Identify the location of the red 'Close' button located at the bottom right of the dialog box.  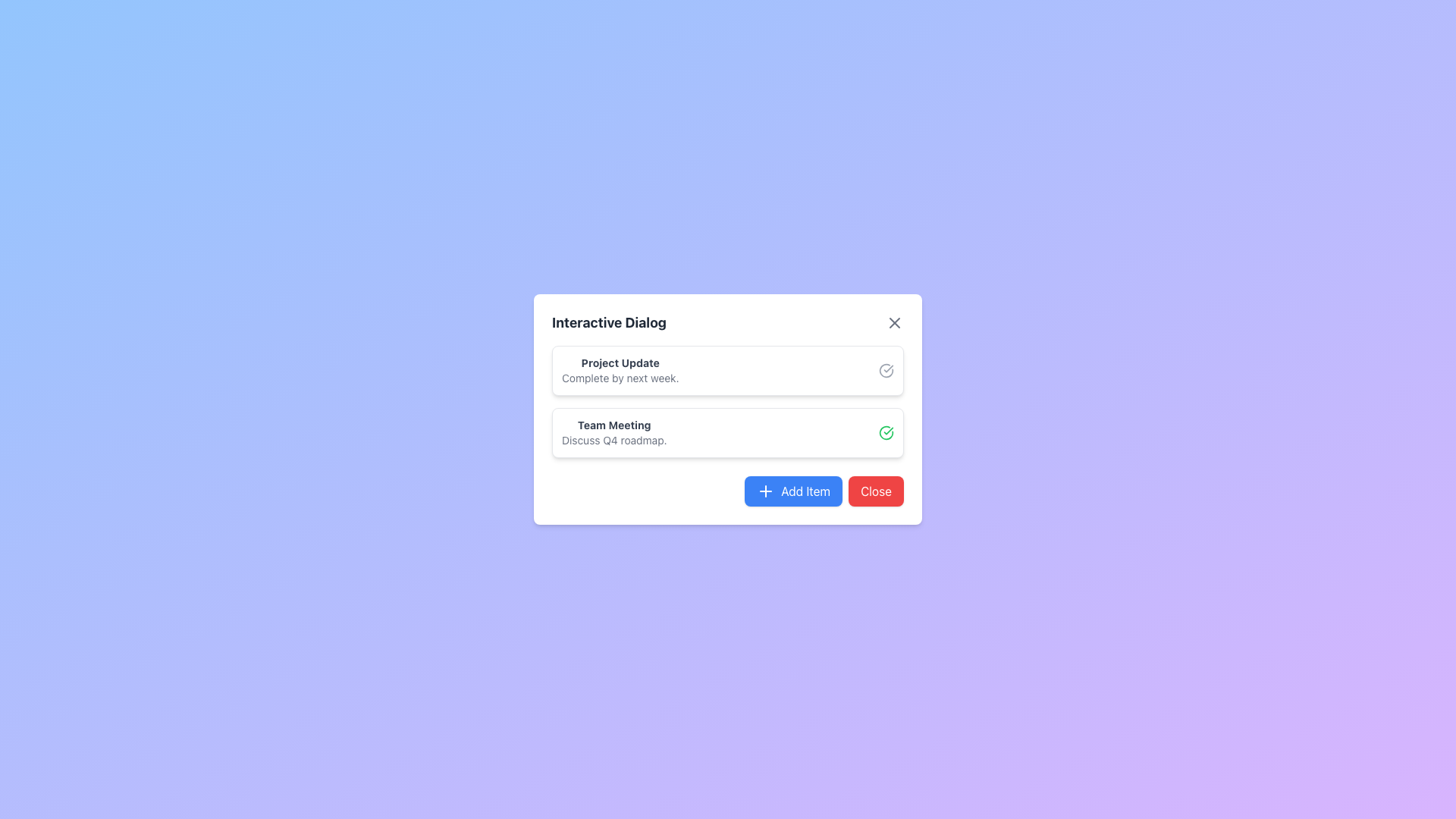
(876, 491).